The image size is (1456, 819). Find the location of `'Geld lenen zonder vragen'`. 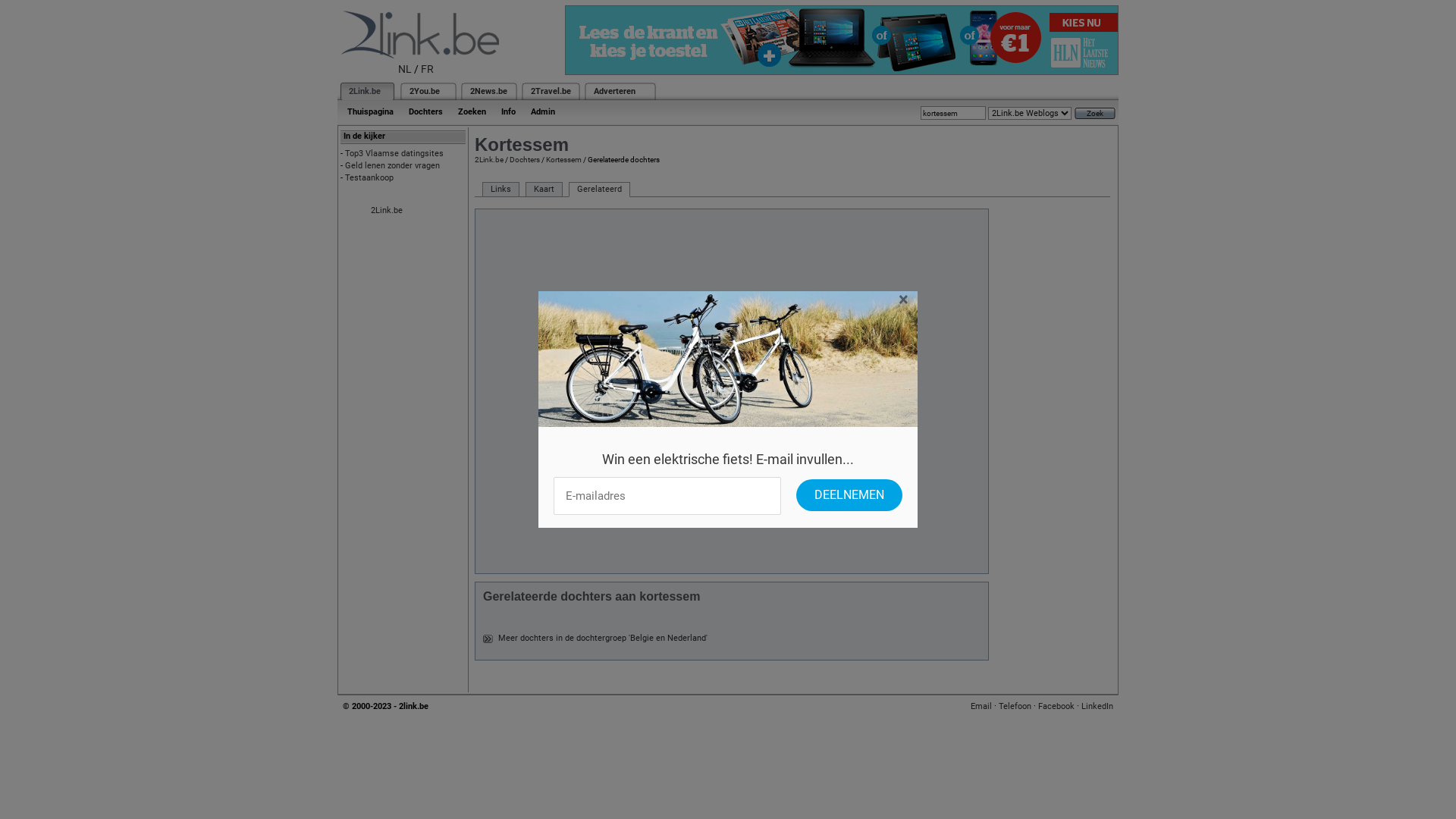

'Geld lenen zonder vragen' is located at coordinates (392, 165).